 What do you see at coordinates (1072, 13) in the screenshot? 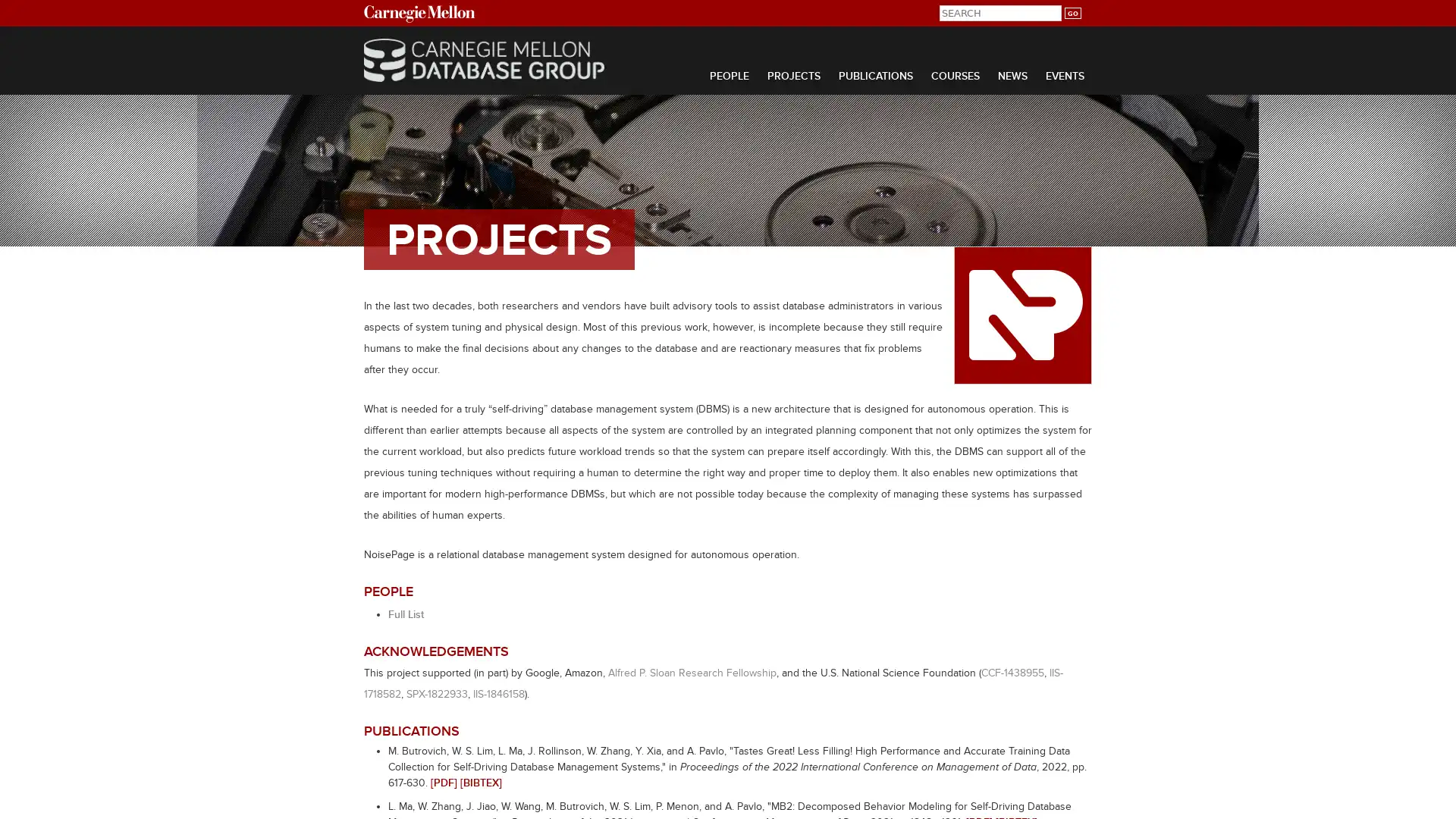
I see `Go` at bounding box center [1072, 13].